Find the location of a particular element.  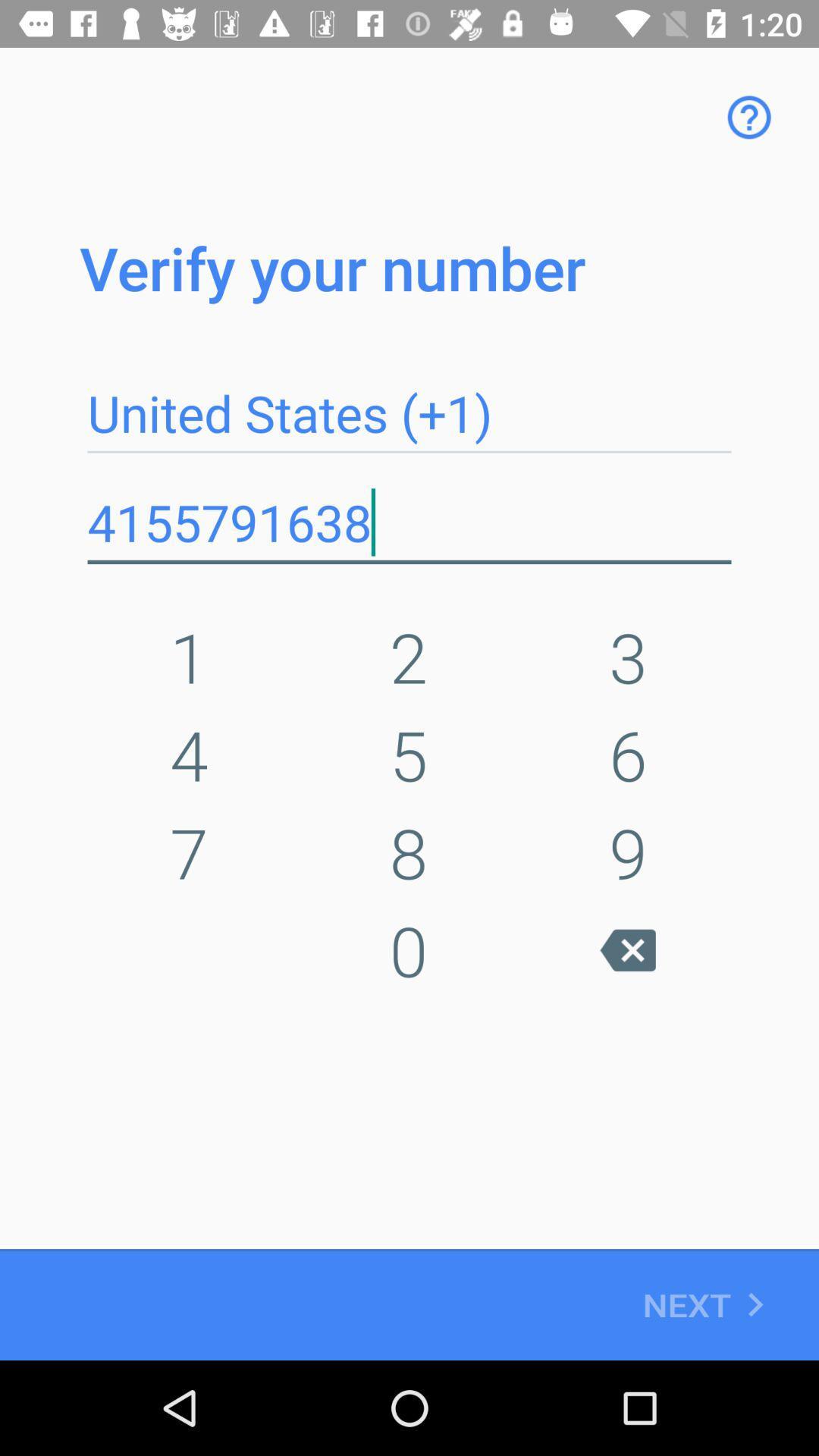

the help icon is located at coordinates (748, 116).